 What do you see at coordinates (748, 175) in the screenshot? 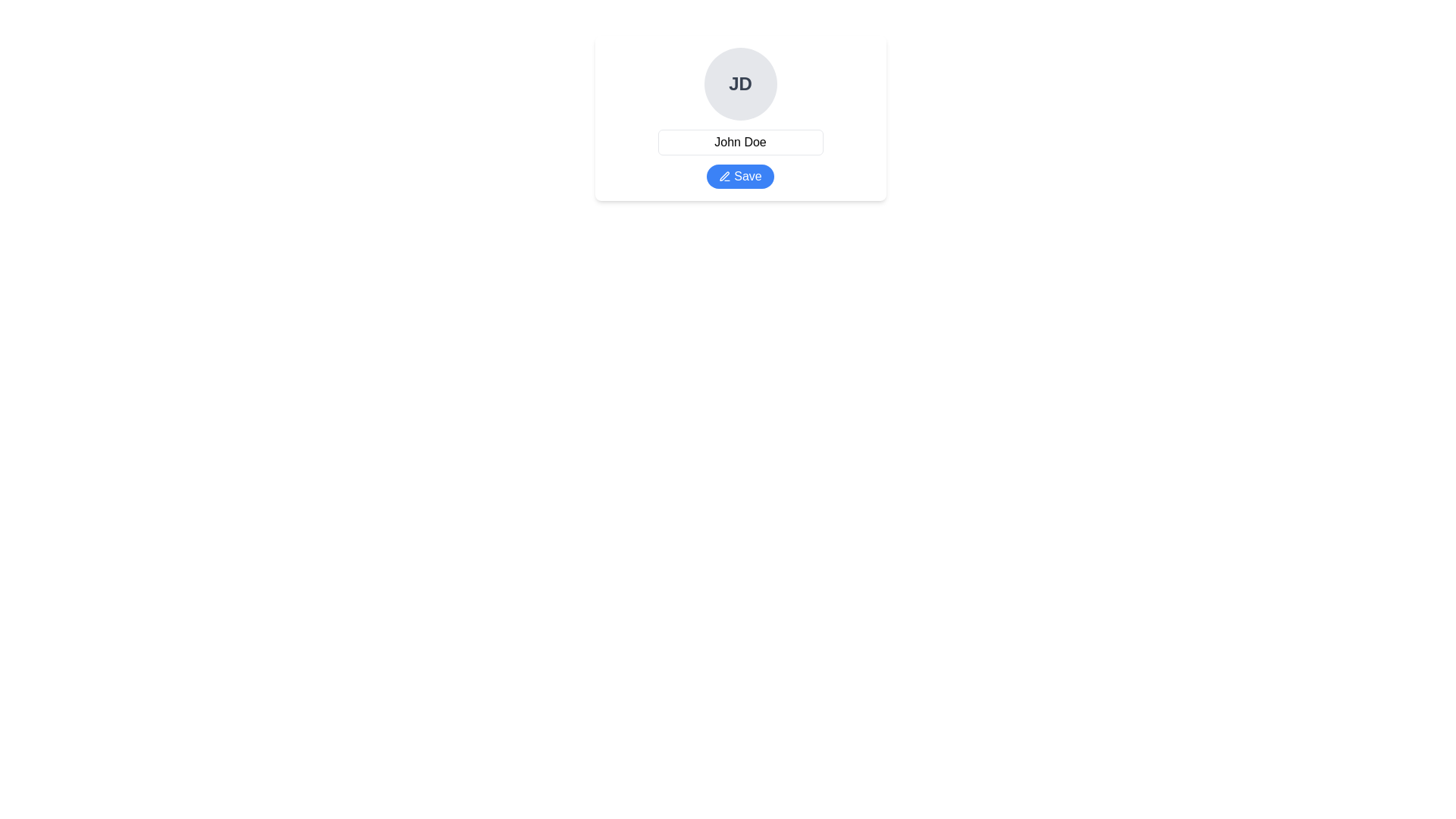
I see `the 'Save' button, which displays the word 'Save' in white font on a blue button with rounded ends` at bounding box center [748, 175].